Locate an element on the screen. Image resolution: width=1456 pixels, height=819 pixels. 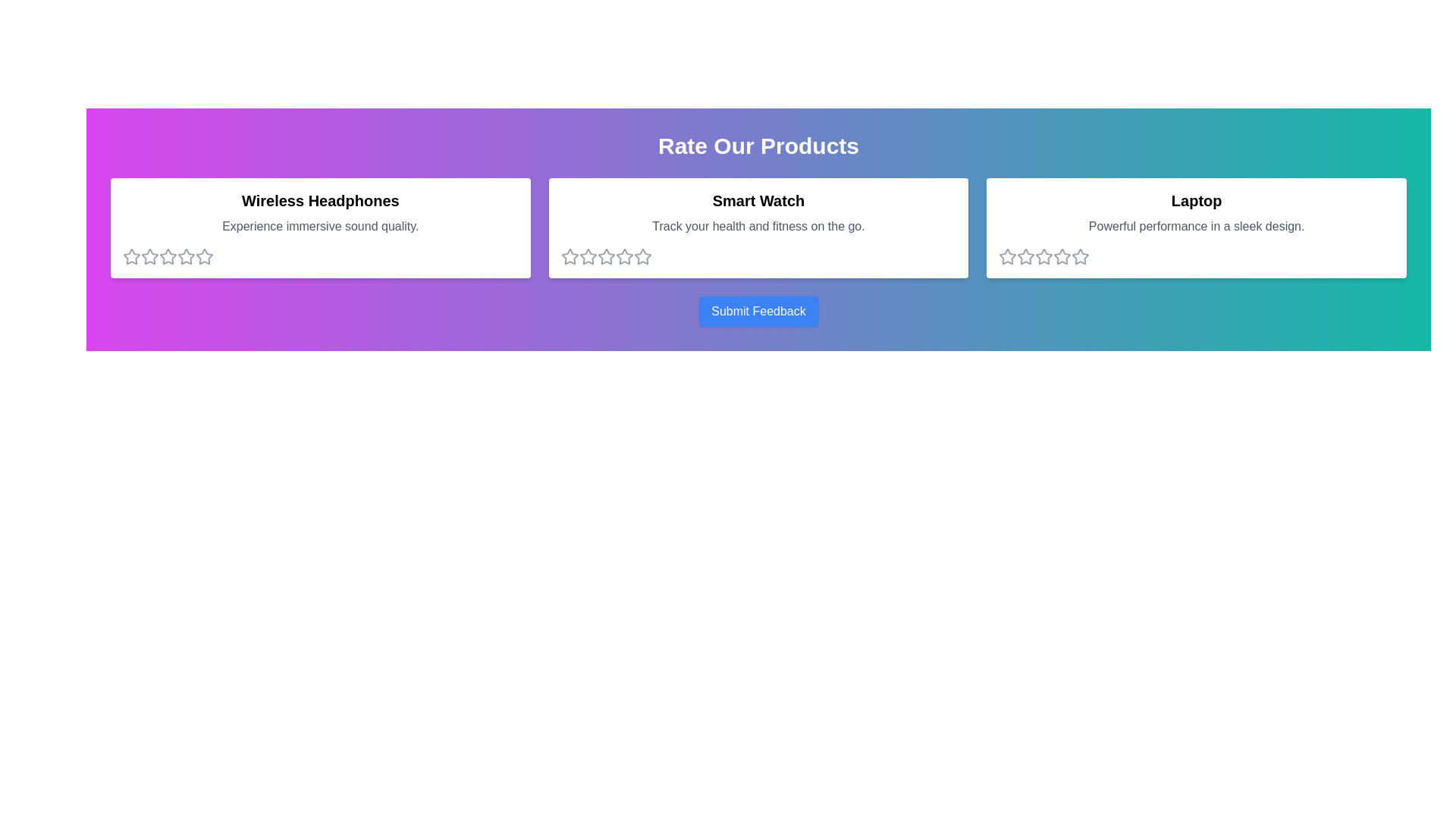
the 2 star for the product Smart Watch to set its rating is located at coordinates (586, 256).